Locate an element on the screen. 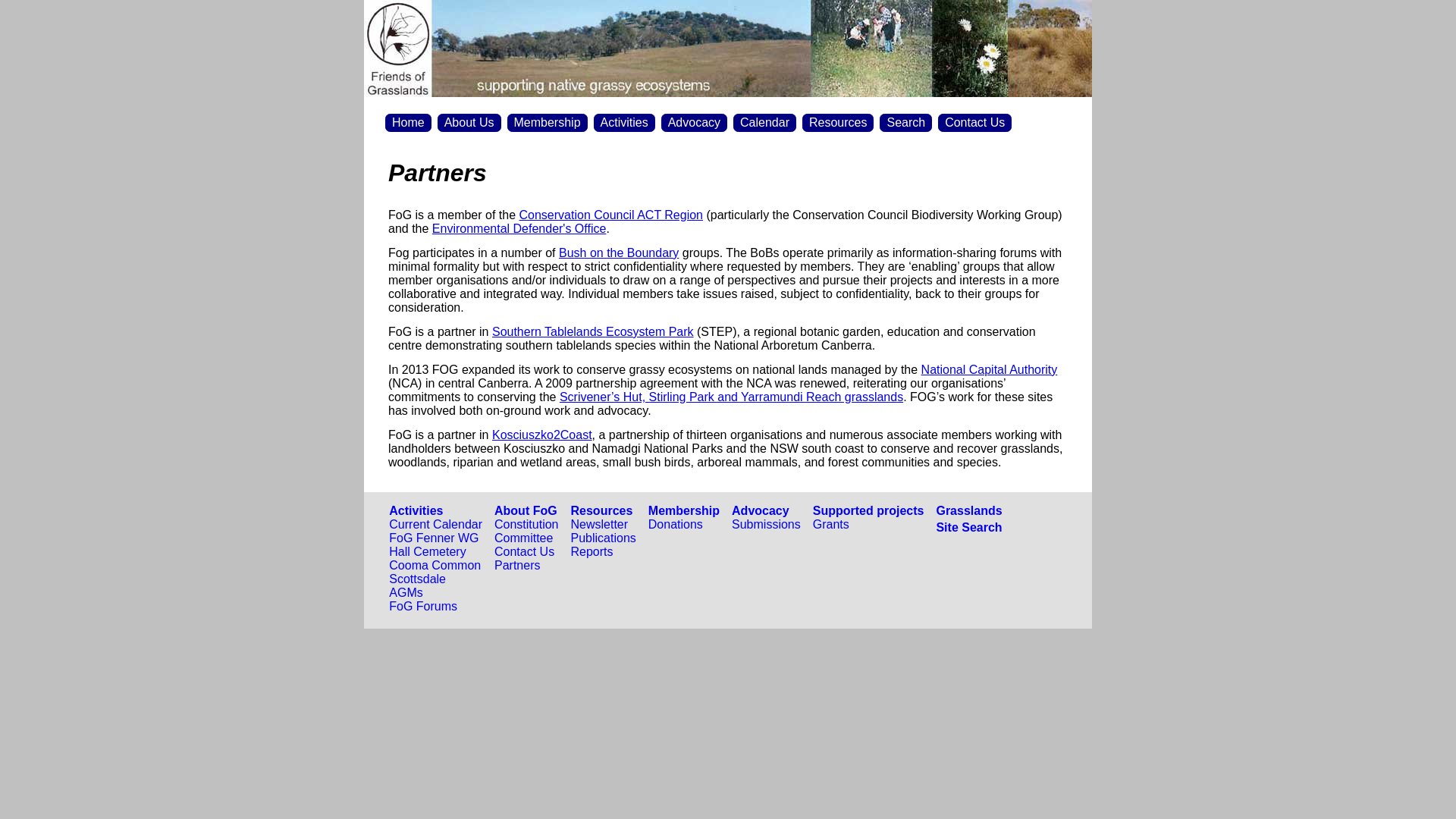  'Partners' is located at coordinates (516, 565).